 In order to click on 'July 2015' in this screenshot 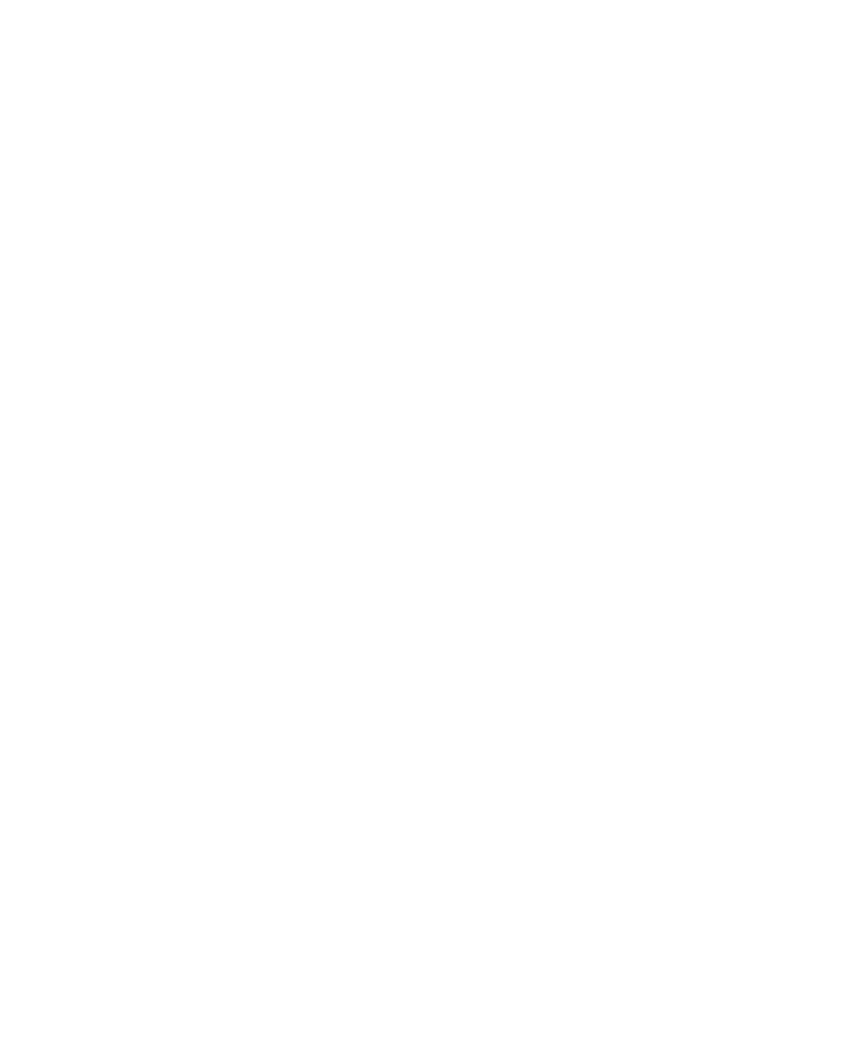, I will do `click(121, 709)`.